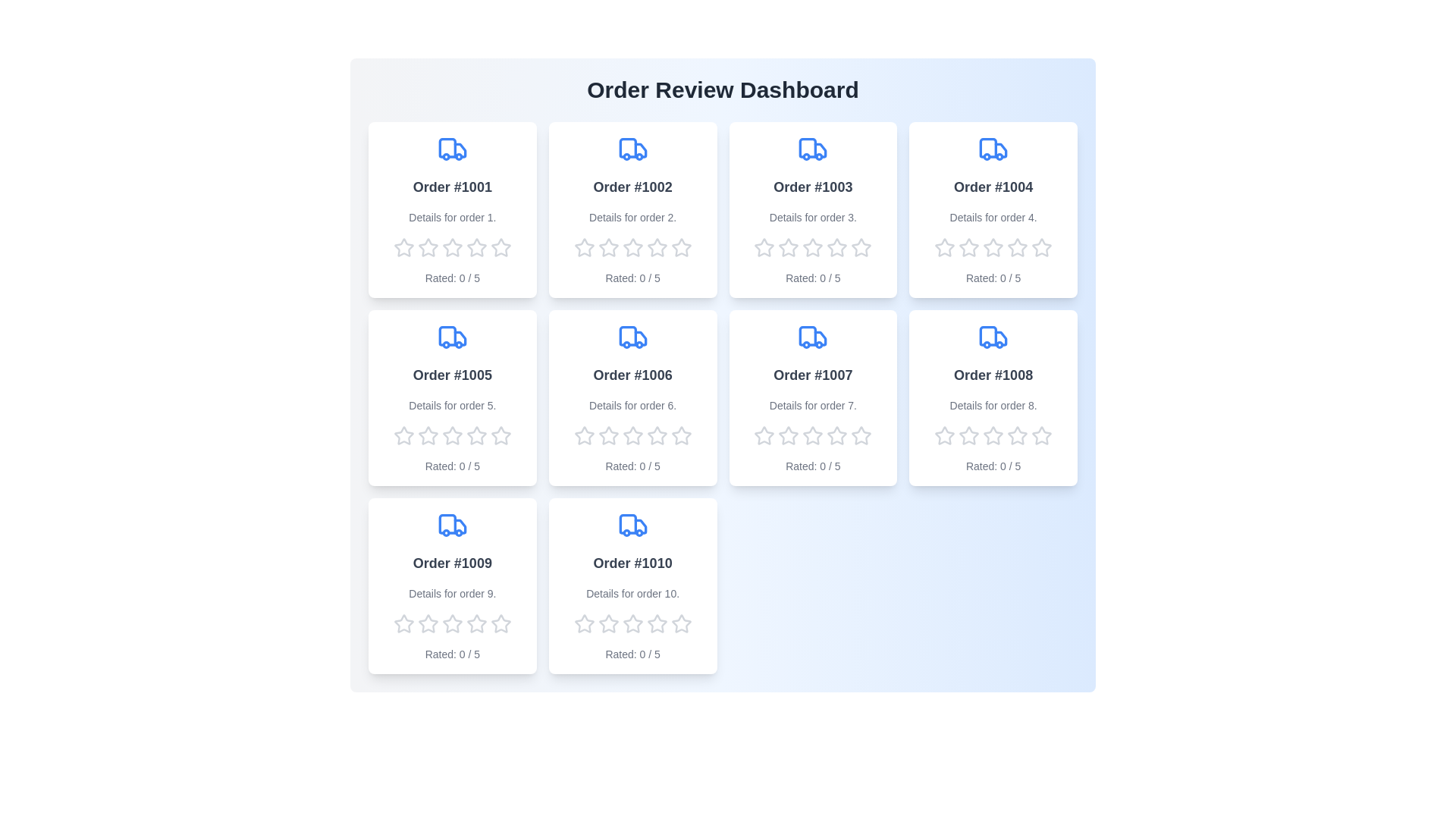  What do you see at coordinates (451, 247) in the screenshot?
I see `the rating of the order to 3 stars by clicking on the corresponding star` at bounding box center [451, 247].